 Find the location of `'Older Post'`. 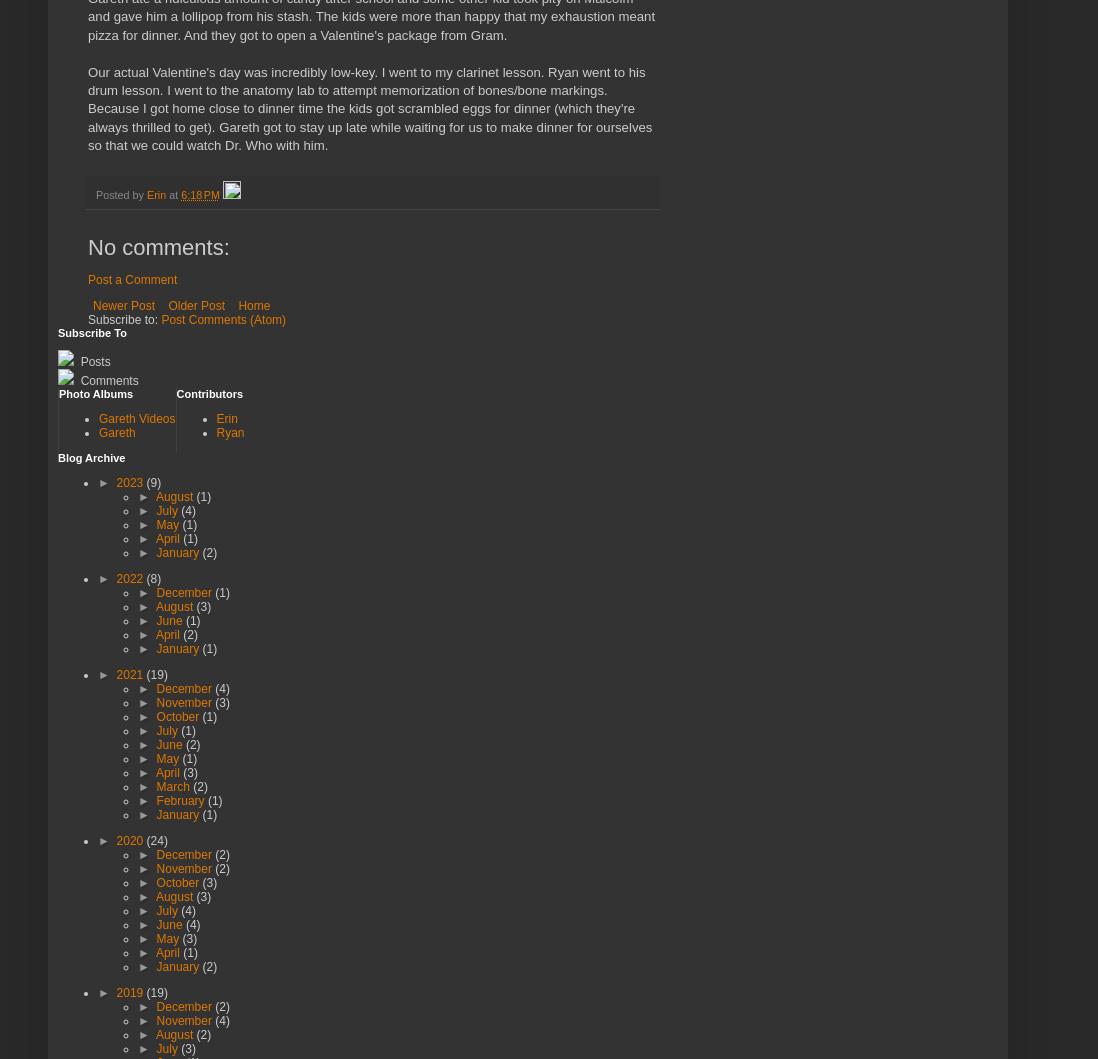

'Older Post' is located at coordinates (195, 306).